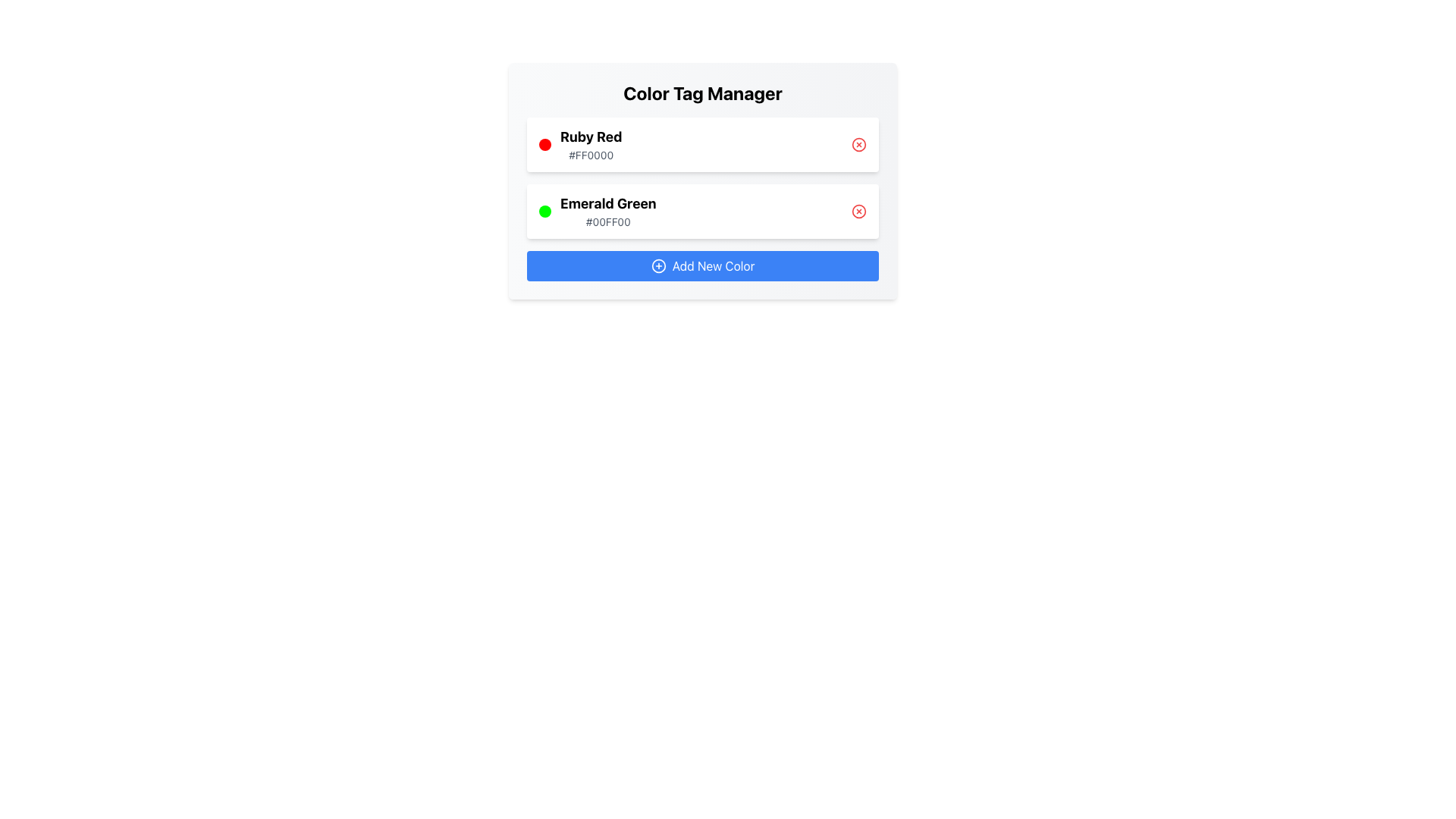 The image size is (1456, 819). Describe the element at coordinates (545, 211) in the screenshot. I see `the vibrant green circular Color Indicator located next to the text 'Emerald Green' and the hex code '#00FF00'` at that location.